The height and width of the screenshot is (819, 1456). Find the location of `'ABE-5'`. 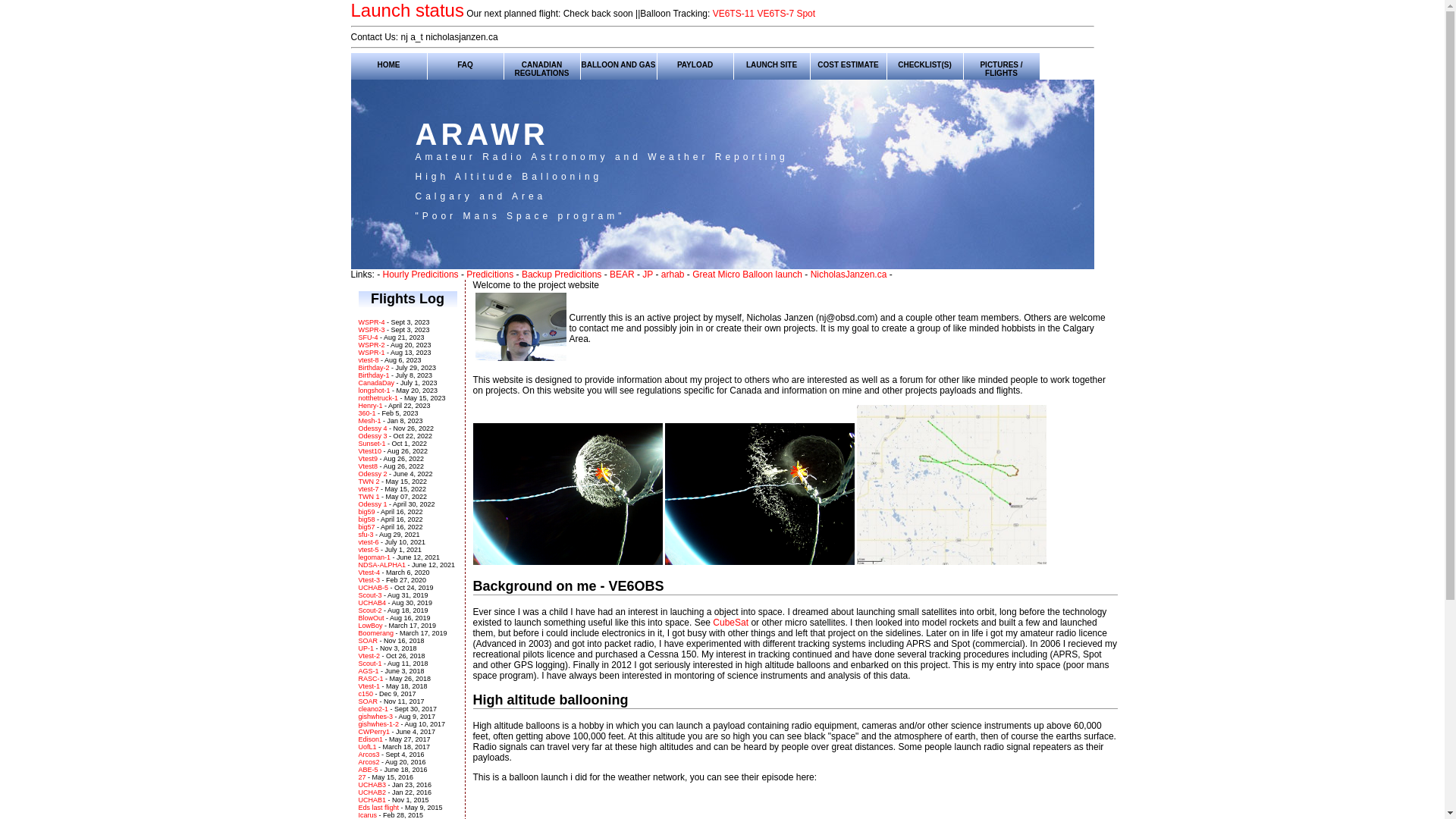

'ABE-5' is located at coordinates (369, 769).